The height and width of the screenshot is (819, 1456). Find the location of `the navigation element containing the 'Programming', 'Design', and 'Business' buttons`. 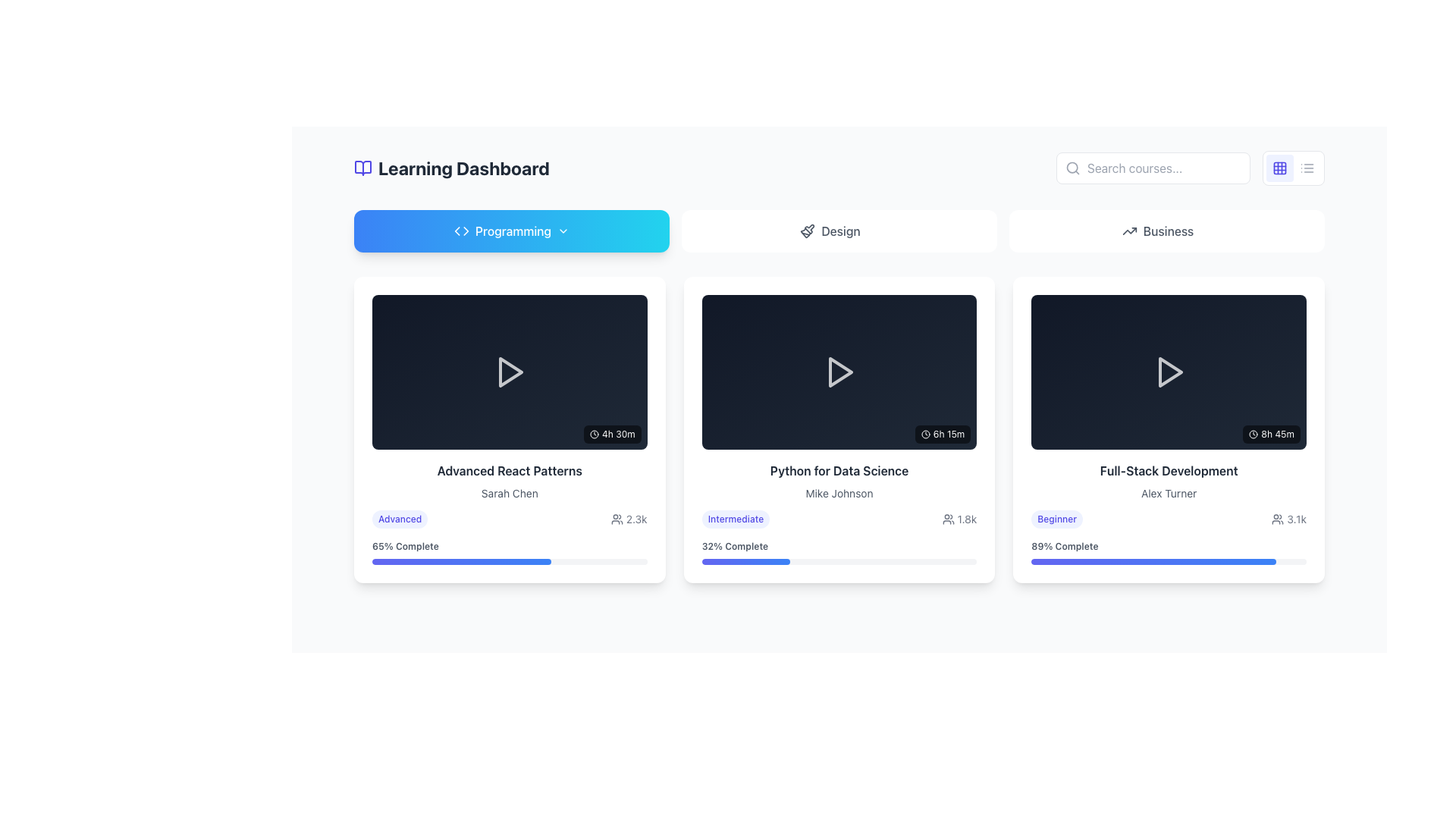

the navigation element containing the 'Programming', 'Design', and 'Business' buttons is located at coordinates (839, 231).